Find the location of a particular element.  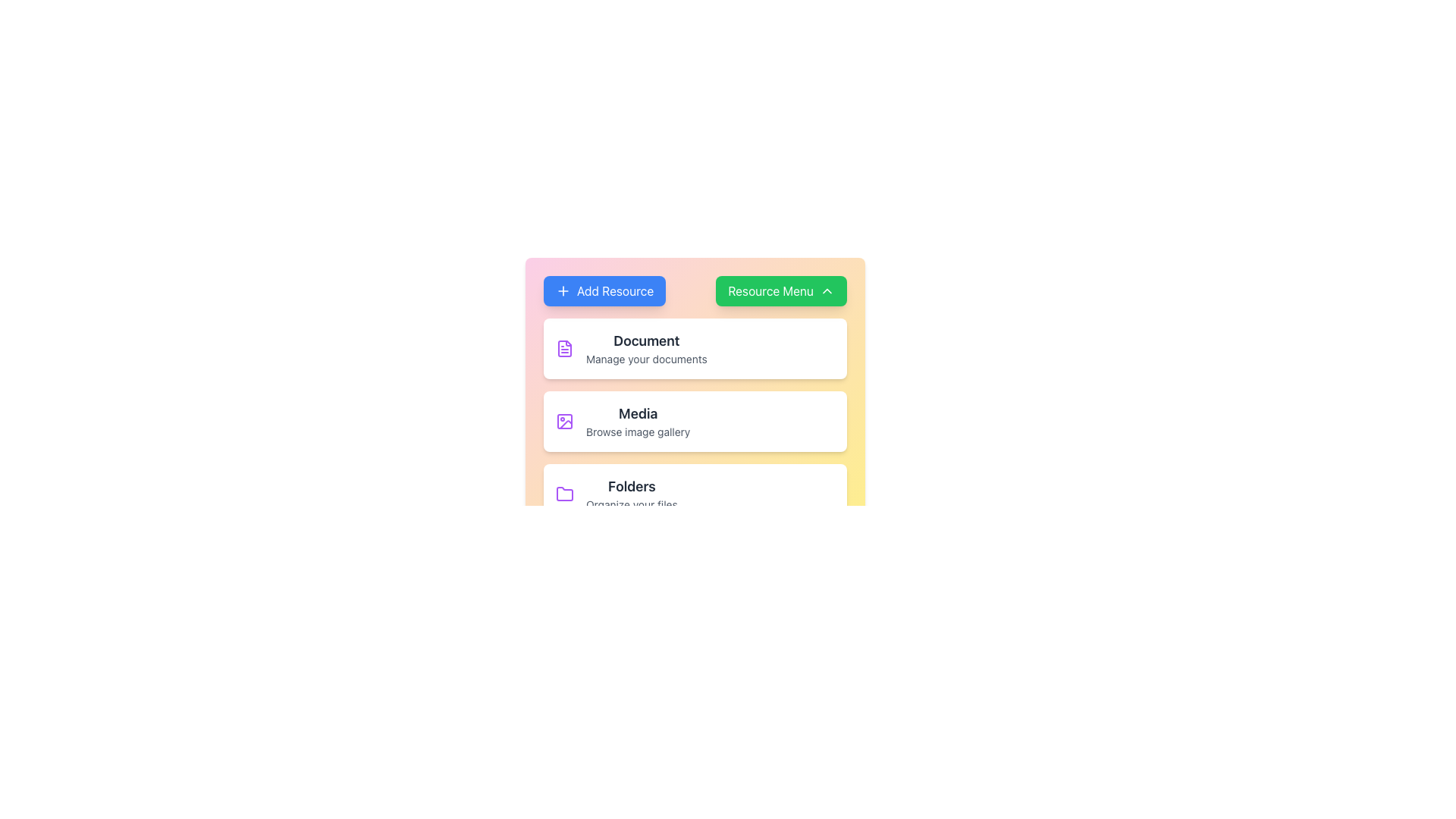

the media icon located to the left of the 'Media' heading and its description 'Browse image gallery' within the card titled 'Media' is located at coordinates (563, 421).